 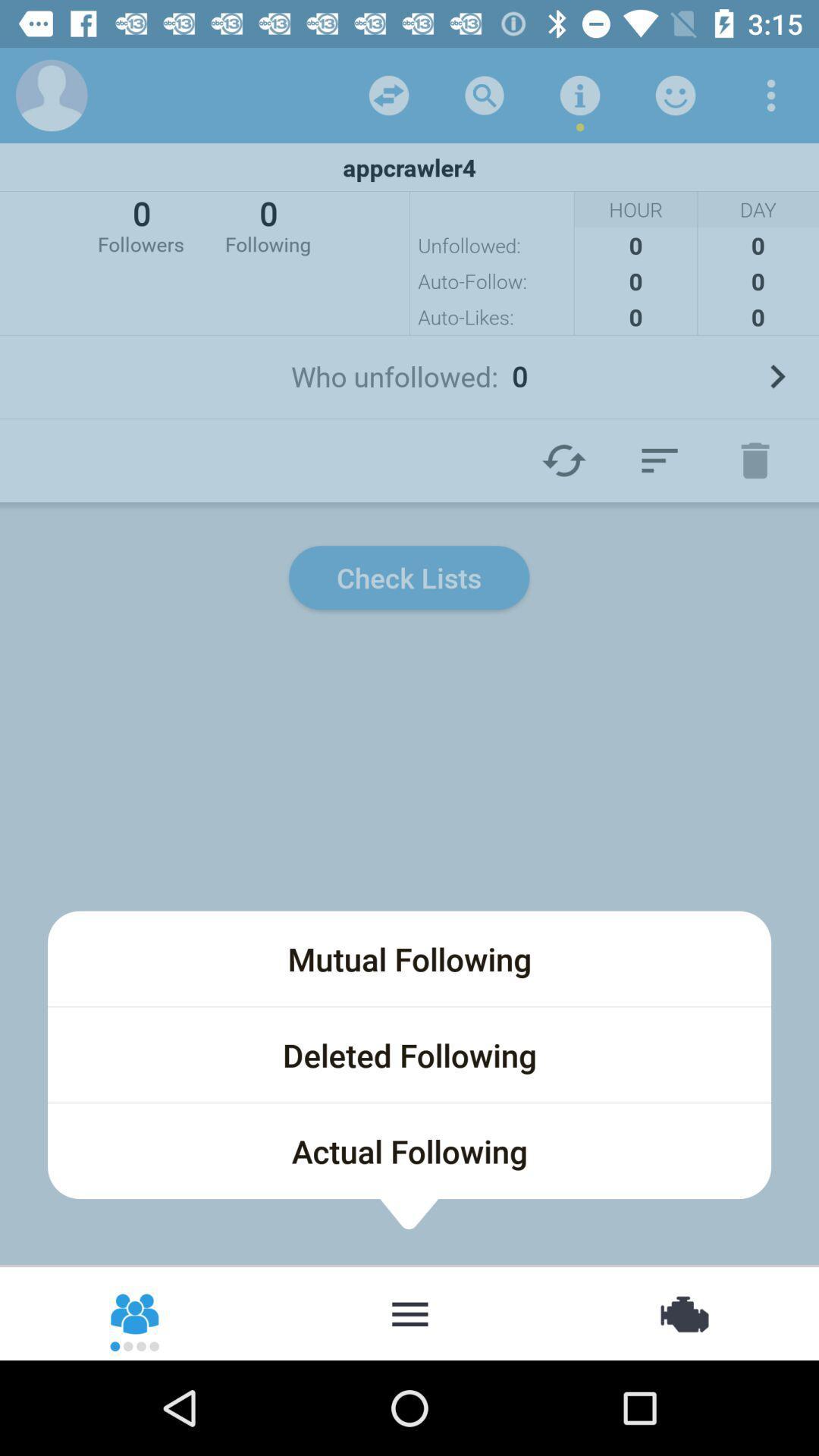 I want to click on the deleted following item, so click(x=409, y=1054).